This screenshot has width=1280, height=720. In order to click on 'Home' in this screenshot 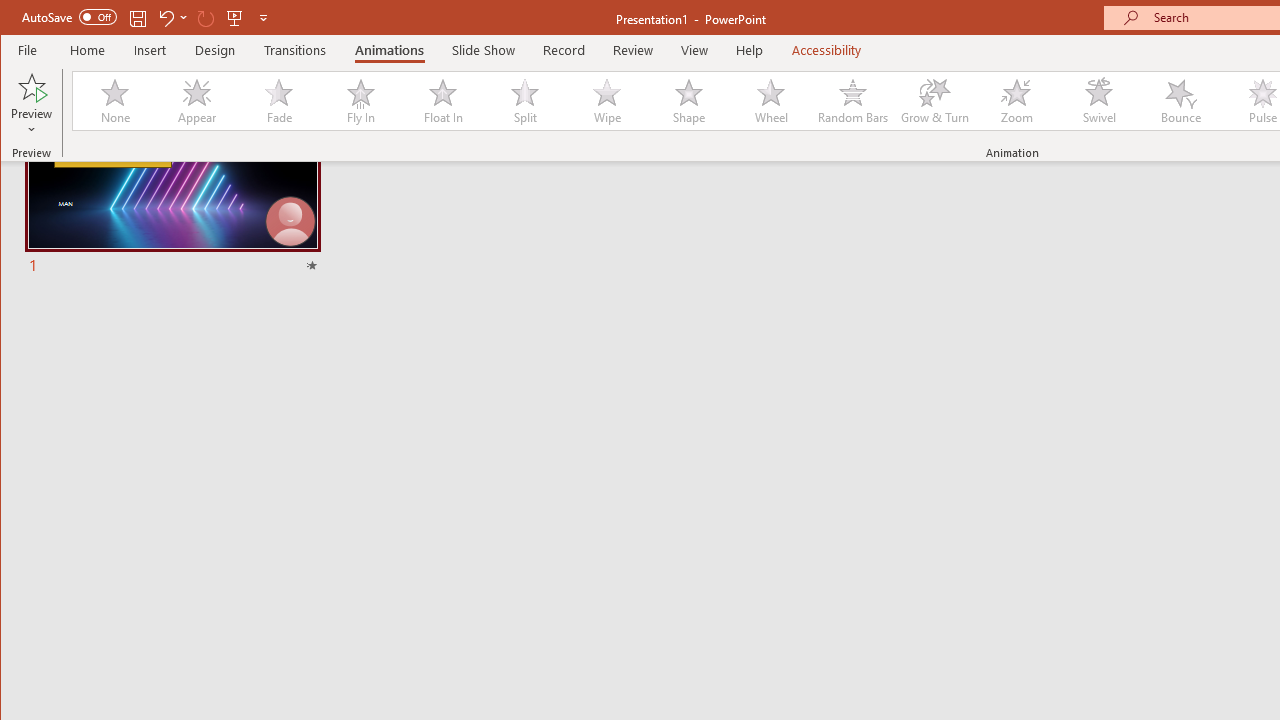, I will do `click(86, 49)`.